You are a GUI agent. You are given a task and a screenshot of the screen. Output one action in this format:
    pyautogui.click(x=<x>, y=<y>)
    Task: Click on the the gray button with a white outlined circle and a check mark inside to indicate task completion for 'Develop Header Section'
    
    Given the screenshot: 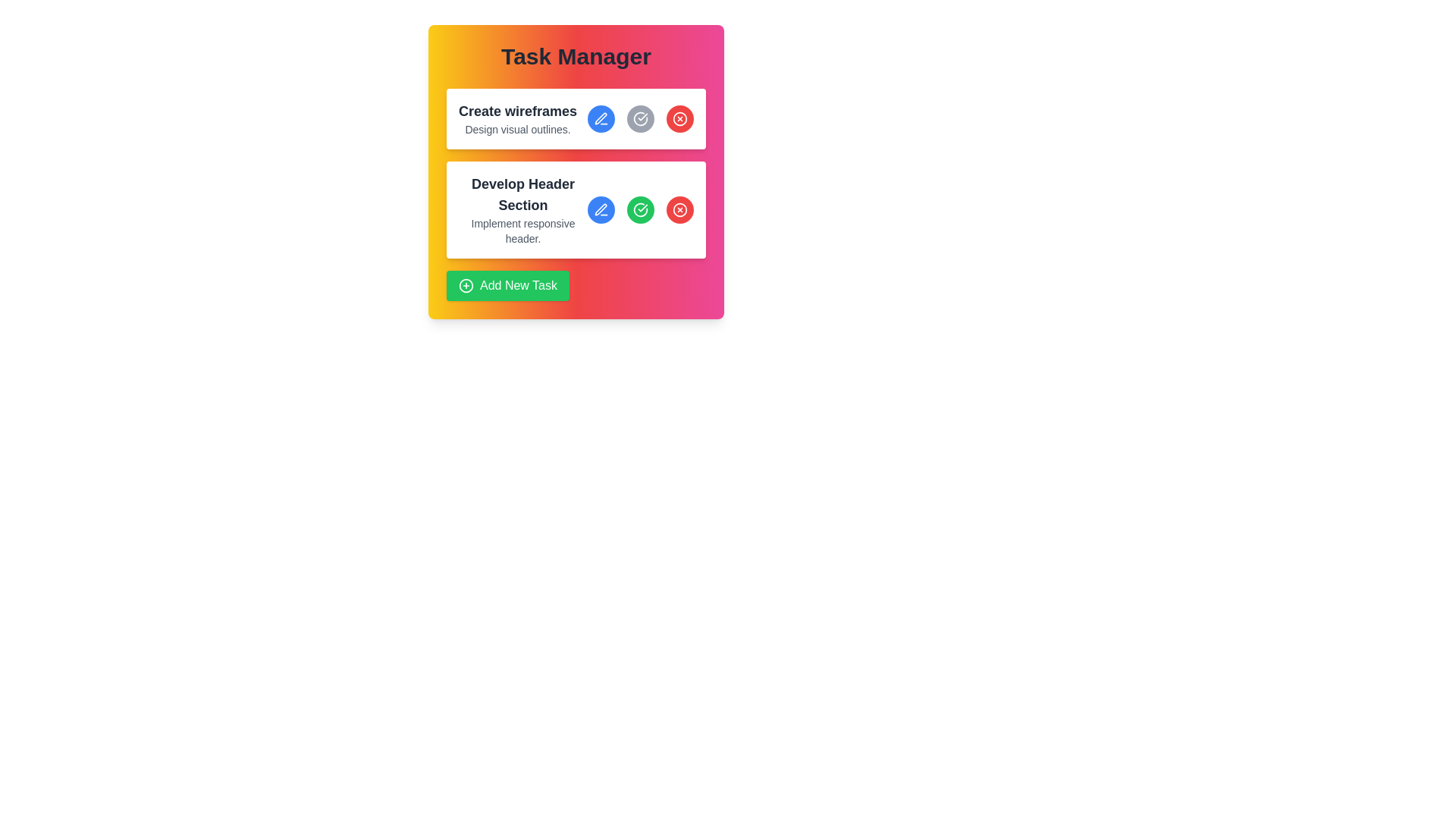 What is the action you would take?
    pyautogui.click(x=640, y=118)
    